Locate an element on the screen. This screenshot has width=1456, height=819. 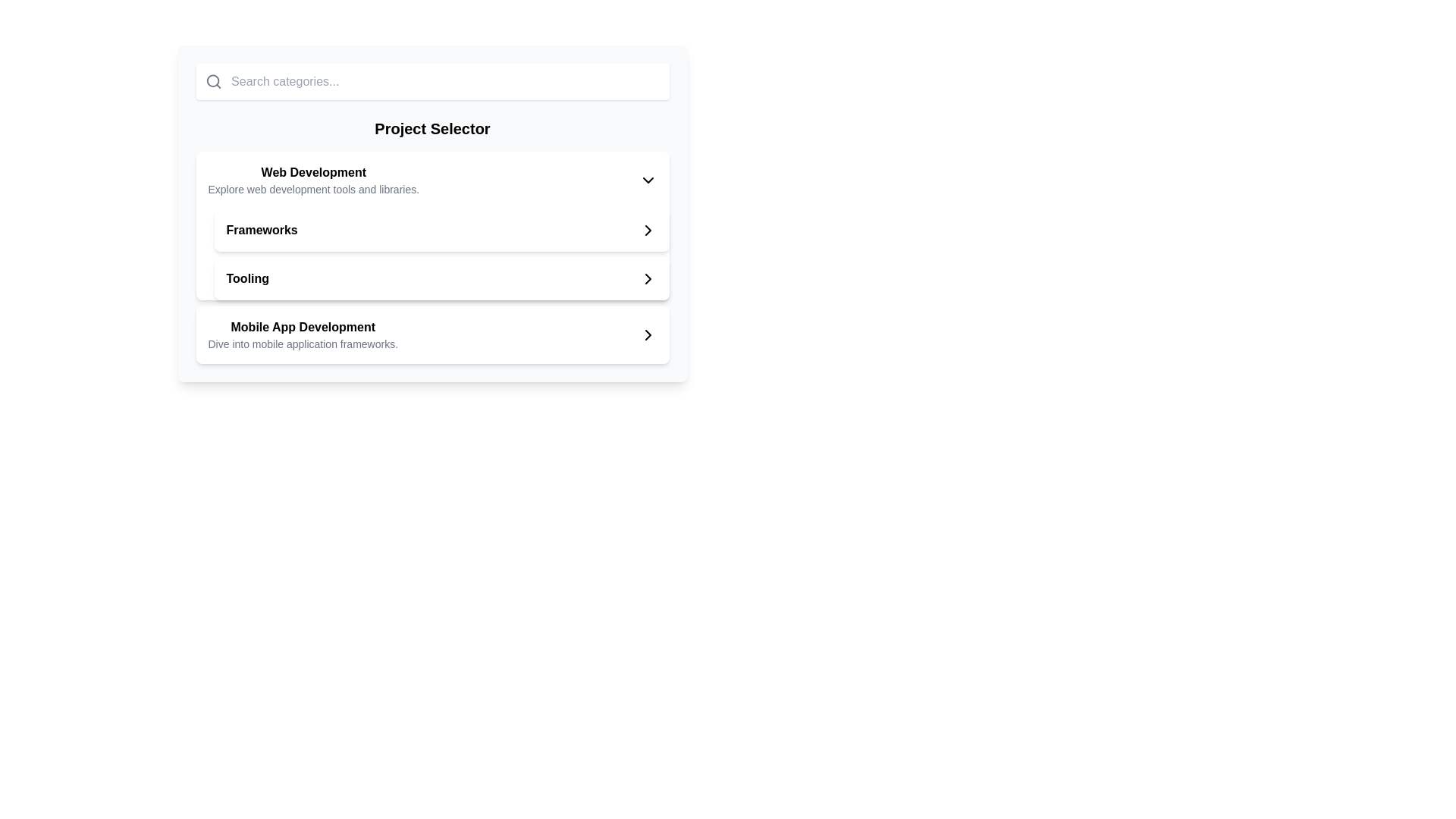
the second button-like navigation item in the 'Project Selector' section is located at coordinates (441, 231).